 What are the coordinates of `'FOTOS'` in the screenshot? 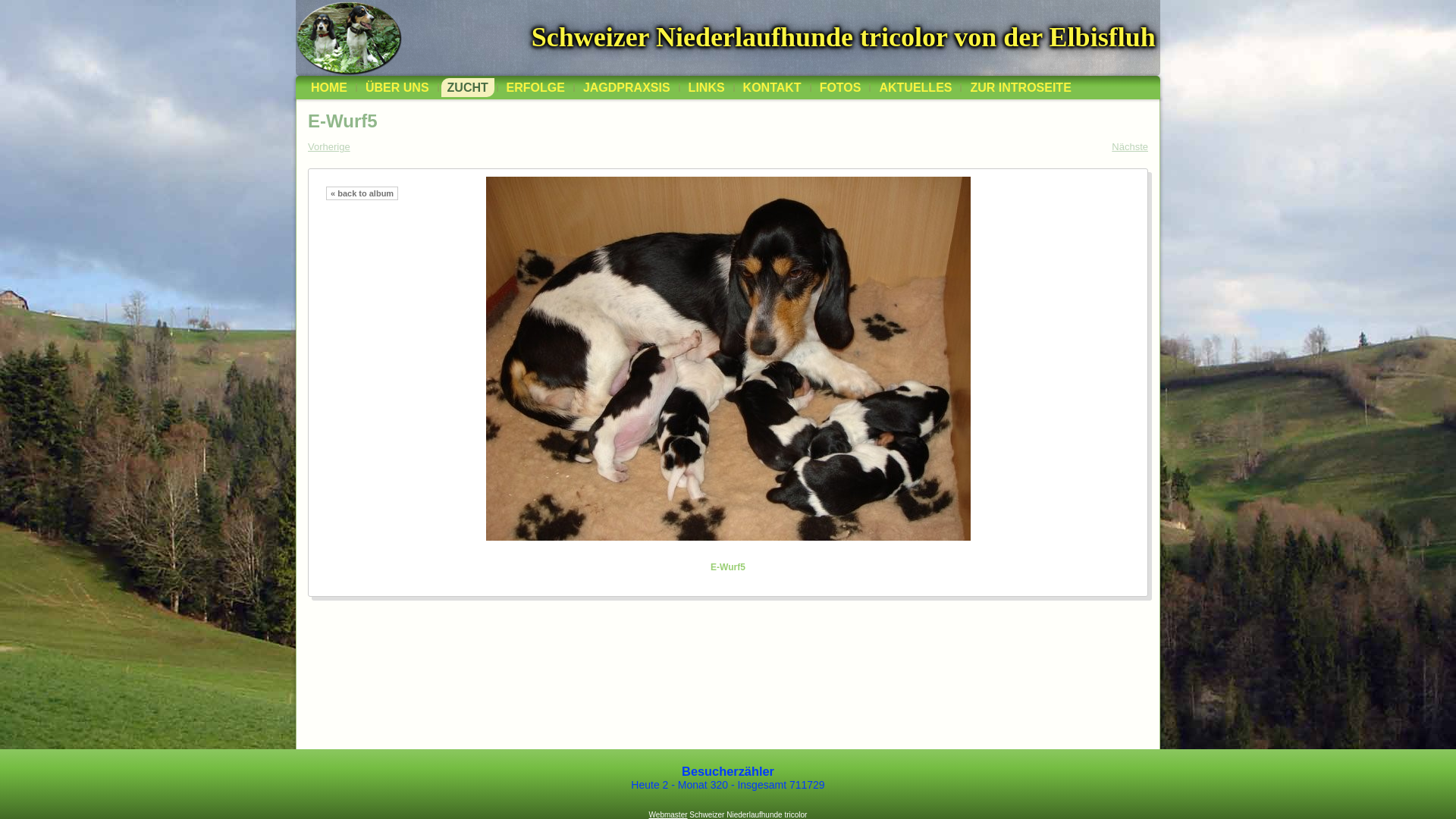 It's located at (839, 87).